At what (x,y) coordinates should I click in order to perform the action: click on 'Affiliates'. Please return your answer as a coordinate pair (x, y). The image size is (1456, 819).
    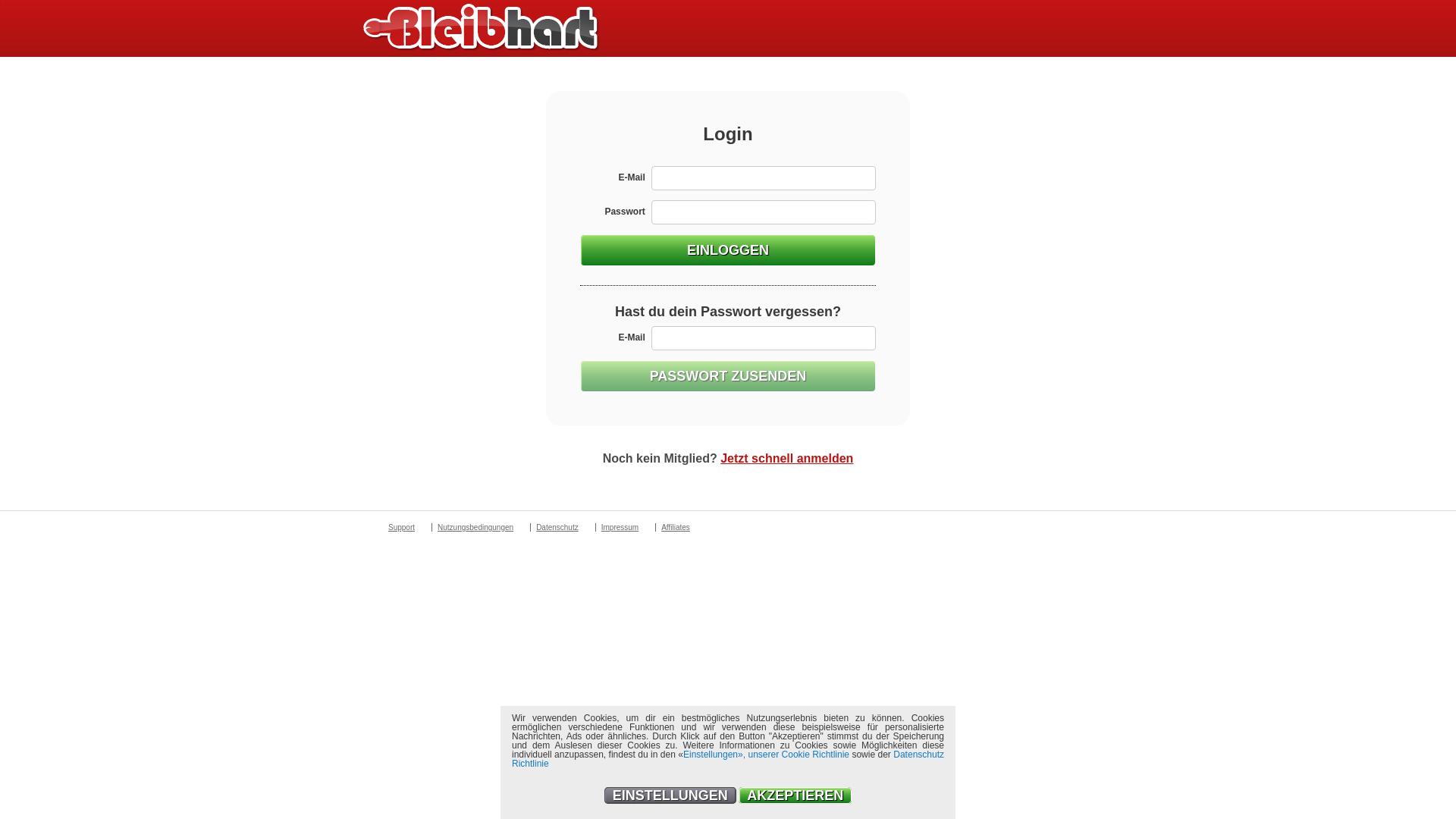
    Looking at the image, I should click on (655, 526).